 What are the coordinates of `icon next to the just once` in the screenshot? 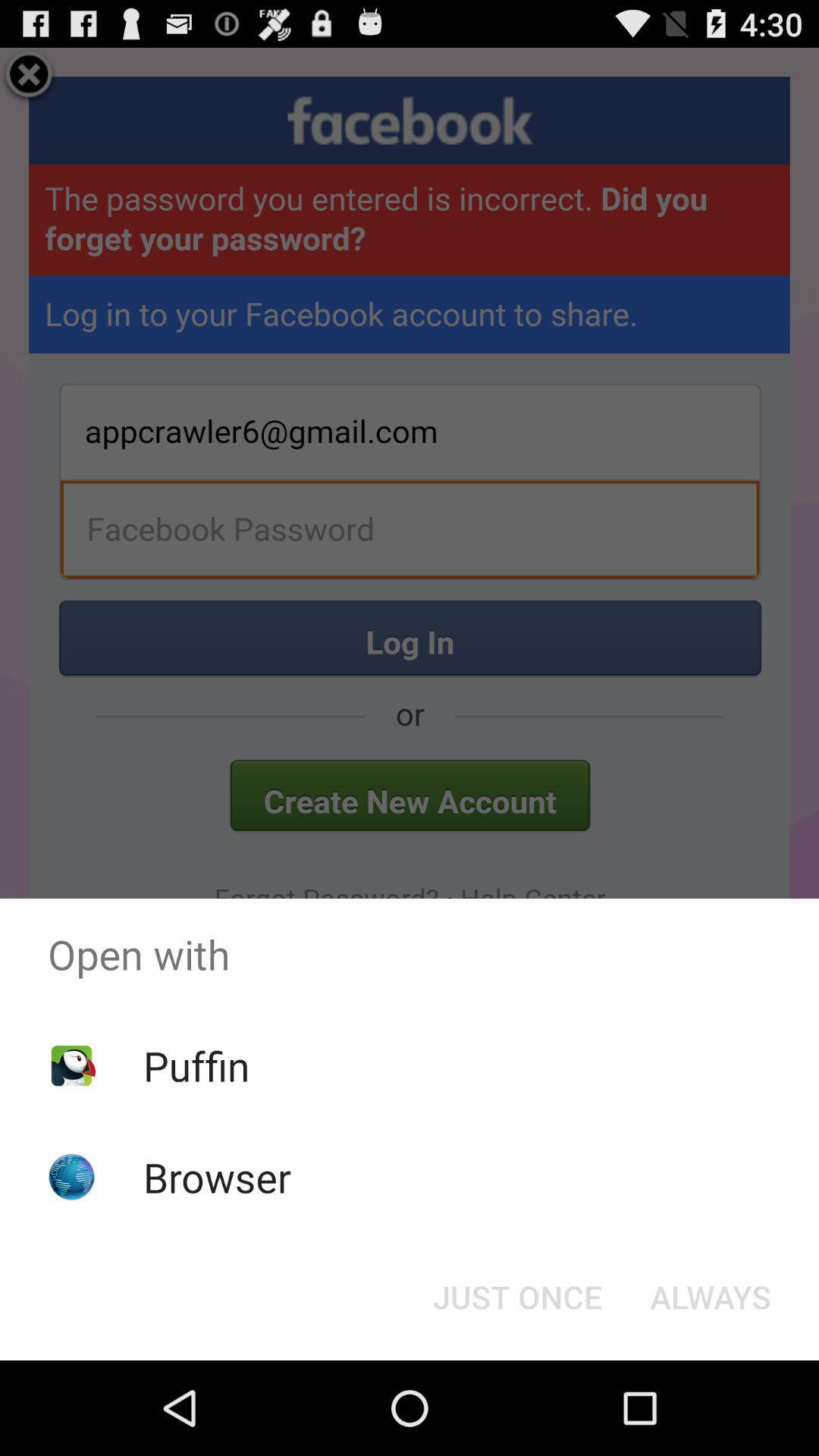 It's located at (711, 1295).